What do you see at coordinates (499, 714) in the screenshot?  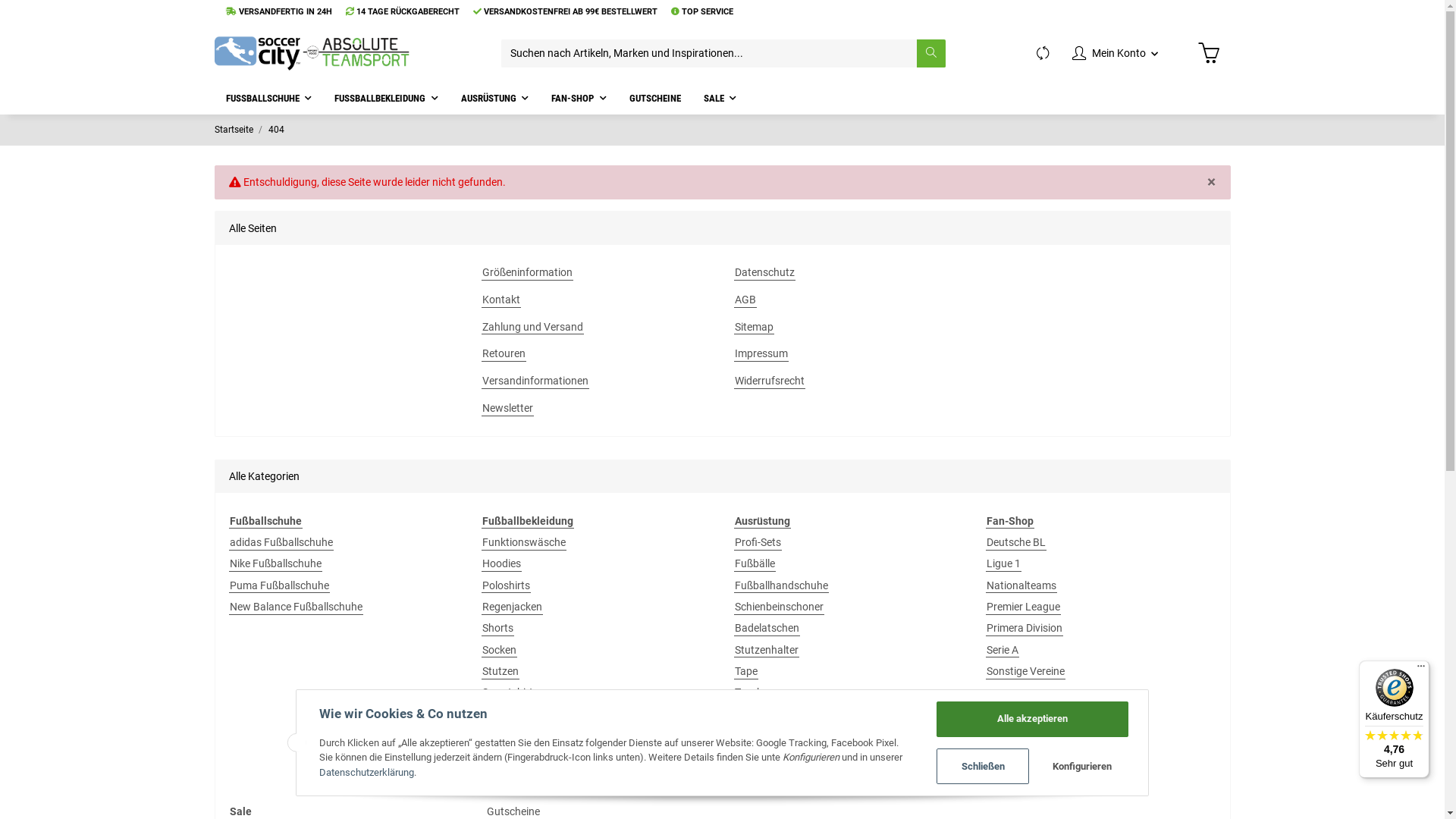 I see `'T-Shirts'` at bounding box center [499, 714].